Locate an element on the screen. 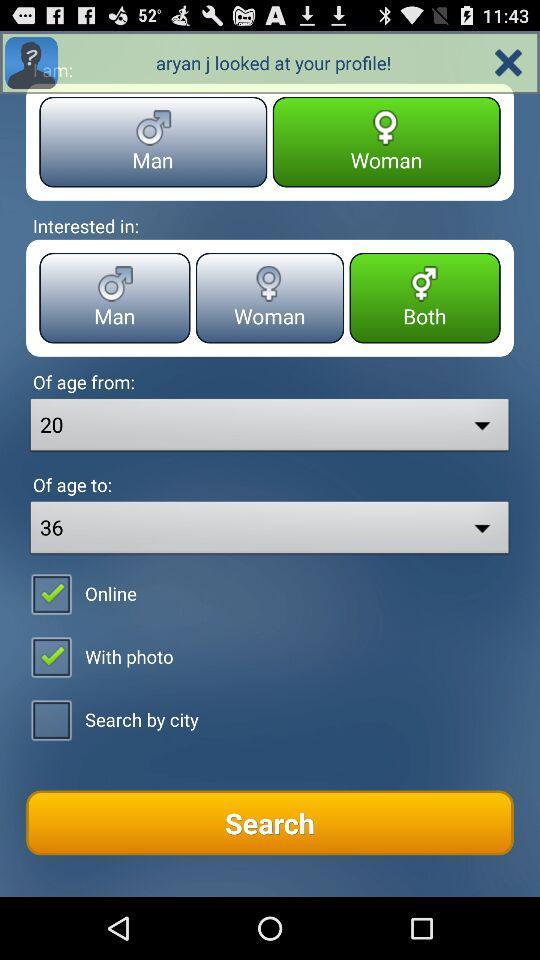  green colour text next to woman is located at coordinates (424, 297).